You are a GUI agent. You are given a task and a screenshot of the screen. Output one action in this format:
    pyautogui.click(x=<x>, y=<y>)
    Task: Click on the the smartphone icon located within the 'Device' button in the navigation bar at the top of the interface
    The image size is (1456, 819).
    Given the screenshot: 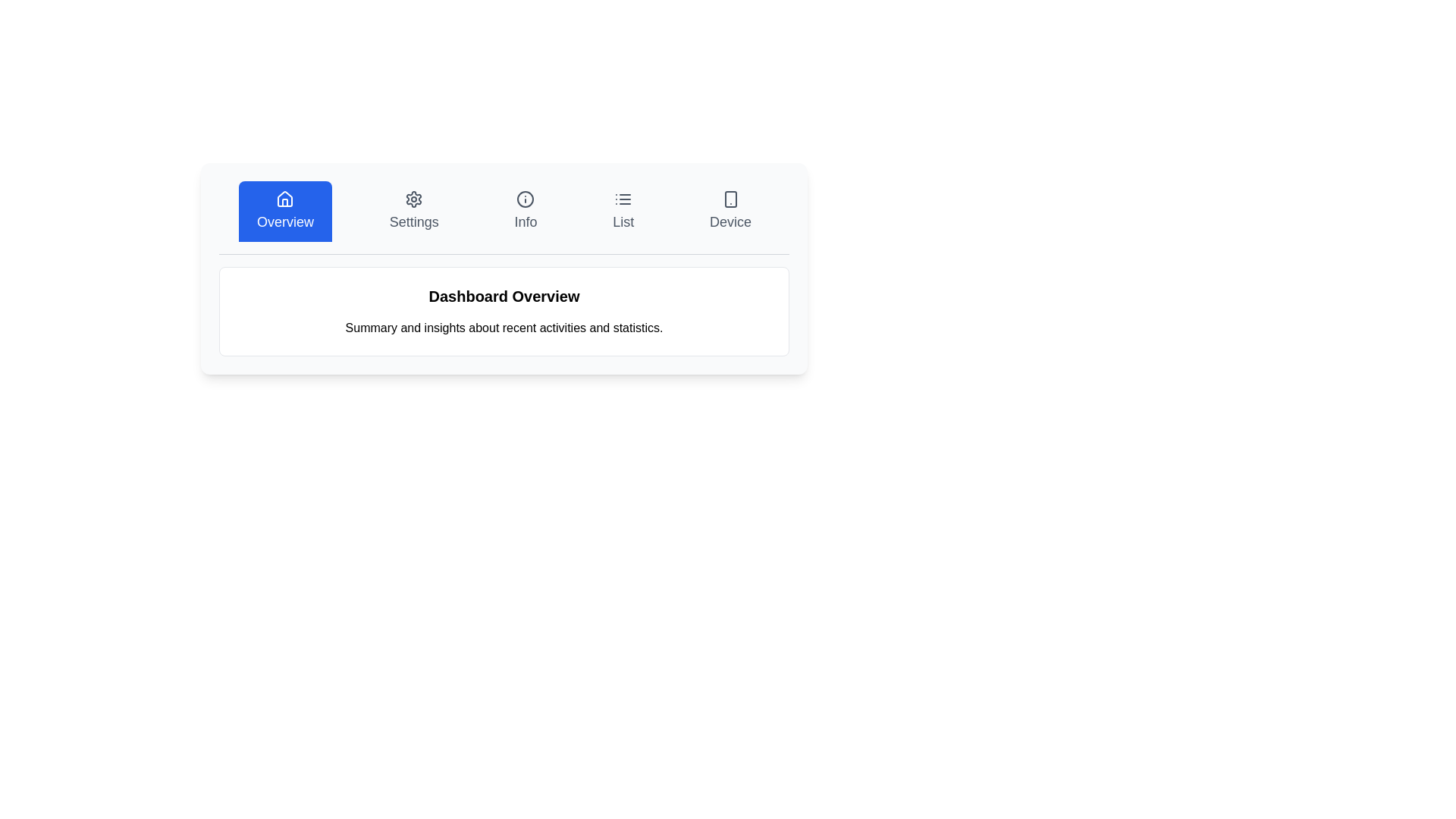 What is the action you would take?
    pyautogui.click(x=730, y=198)
    